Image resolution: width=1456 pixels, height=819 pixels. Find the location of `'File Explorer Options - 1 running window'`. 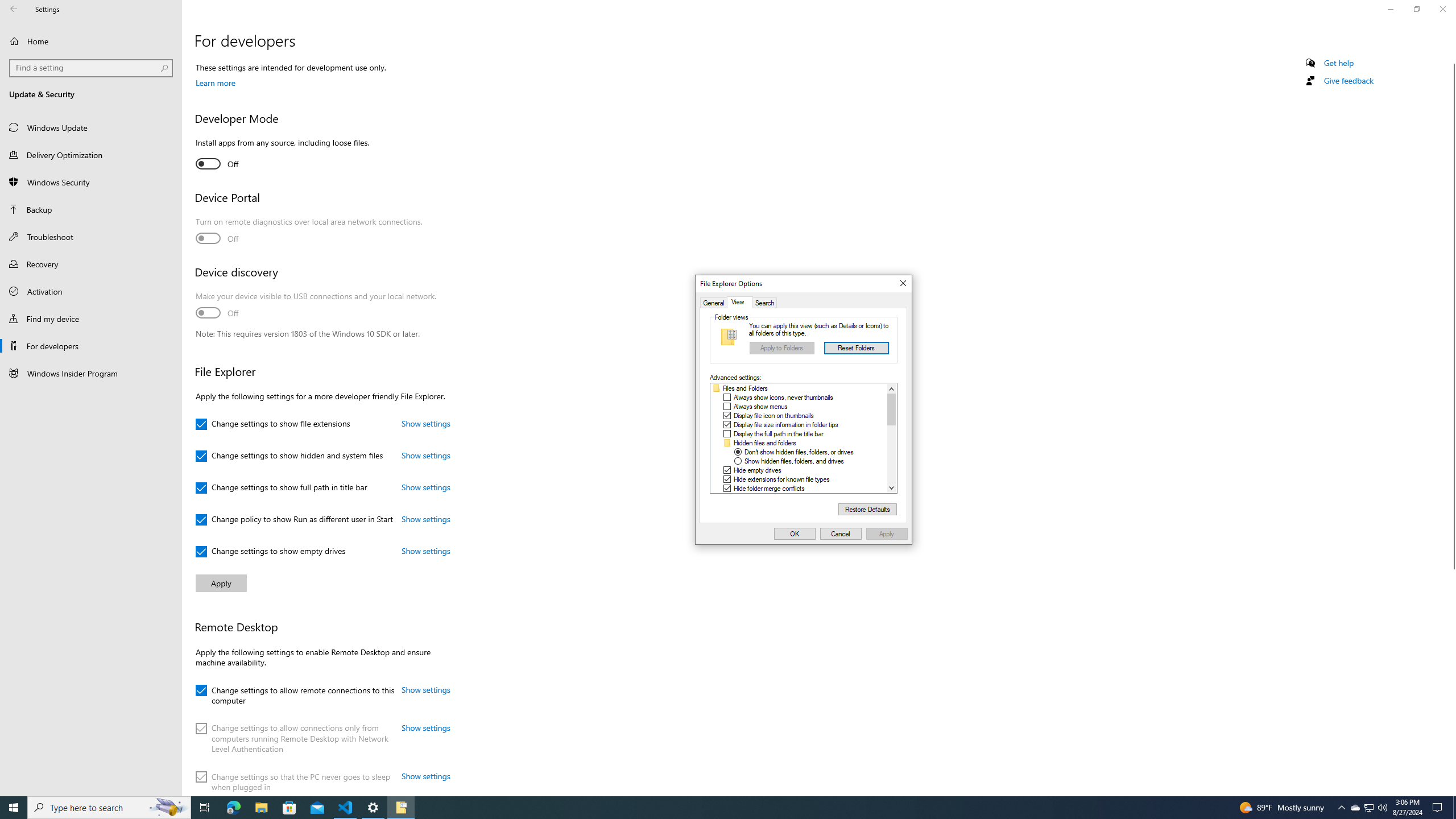

'File Explorer Options - 1 running window' is located at coordinates (401, 806).